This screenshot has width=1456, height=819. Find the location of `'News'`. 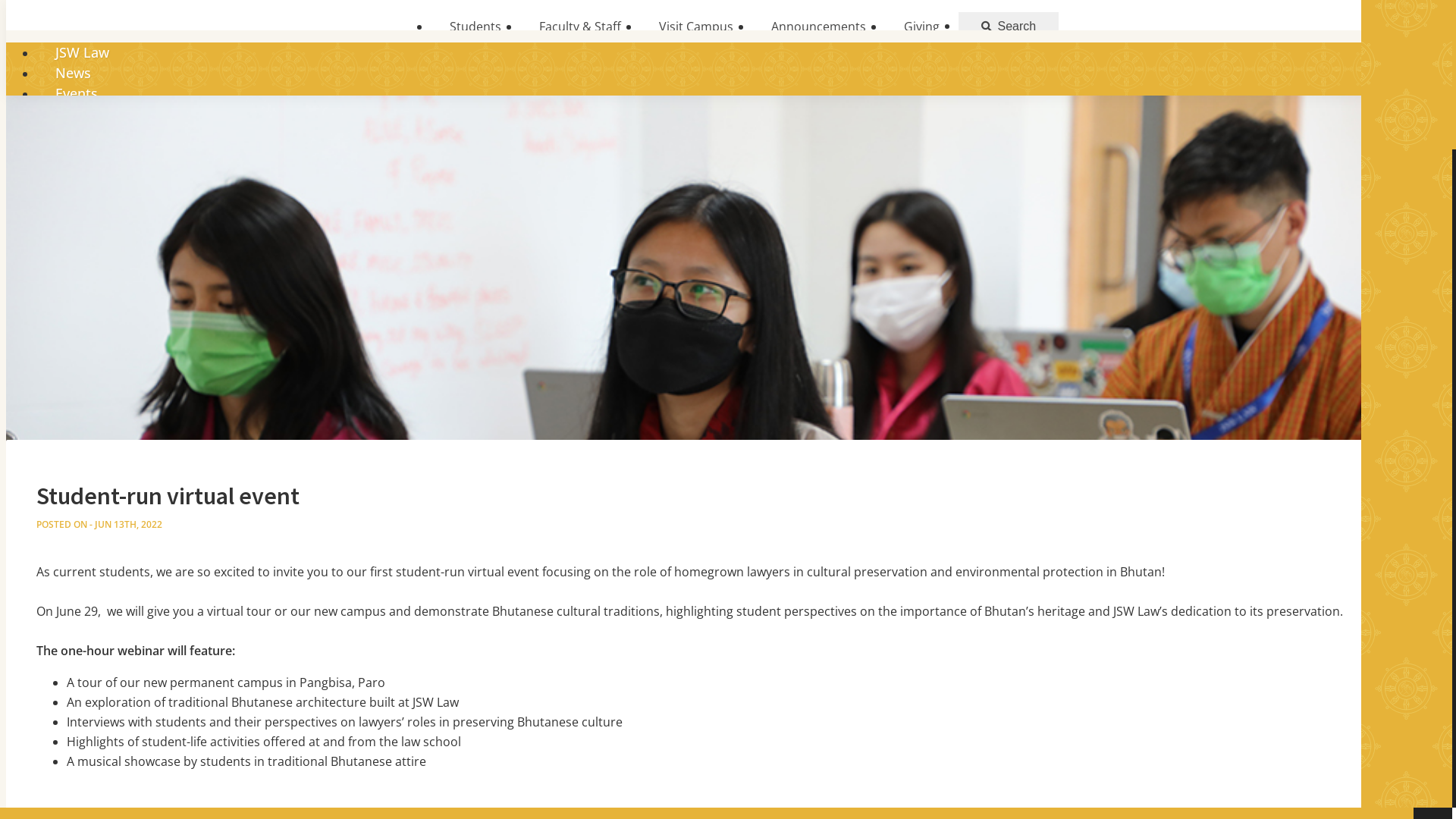

'News' is located at coordinates (72, 73).